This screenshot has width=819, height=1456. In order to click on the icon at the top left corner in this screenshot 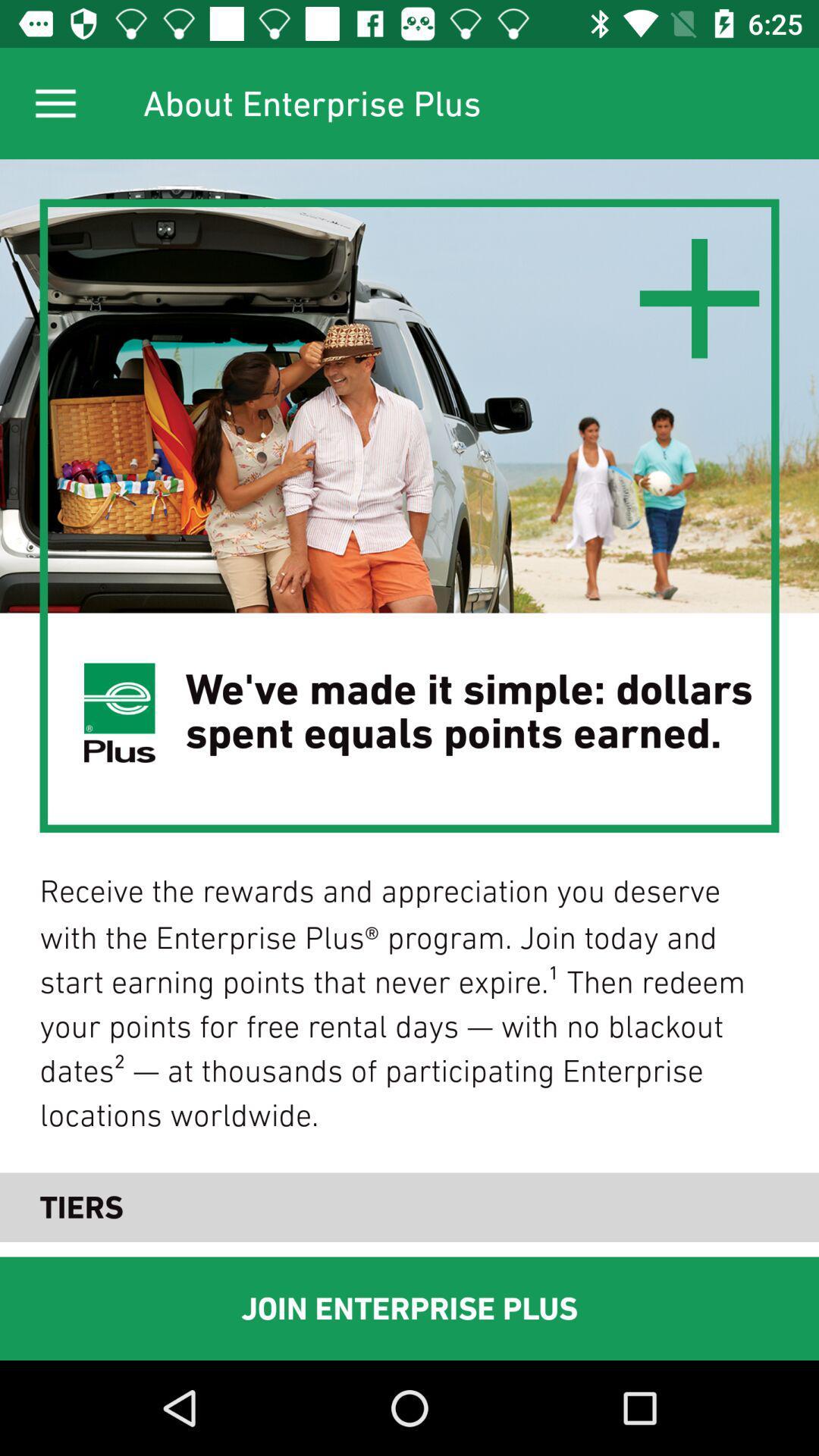, I will do `click(55, 102)`.